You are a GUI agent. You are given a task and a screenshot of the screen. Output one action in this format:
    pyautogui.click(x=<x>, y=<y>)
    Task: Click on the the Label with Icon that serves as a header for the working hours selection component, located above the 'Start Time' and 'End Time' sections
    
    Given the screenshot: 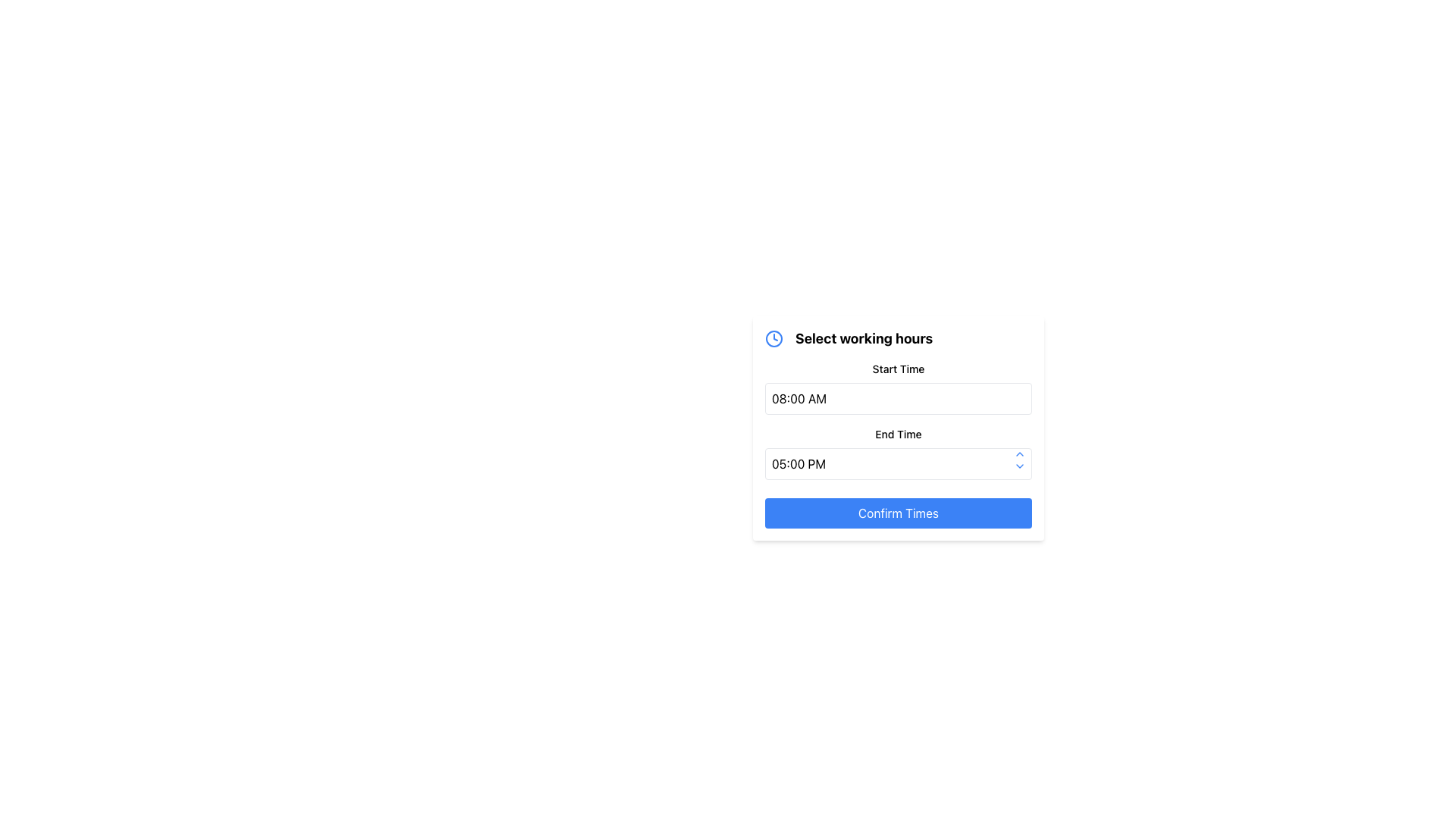 What is the action you would take?
    pyautogui.click(x=899, y=338)
    